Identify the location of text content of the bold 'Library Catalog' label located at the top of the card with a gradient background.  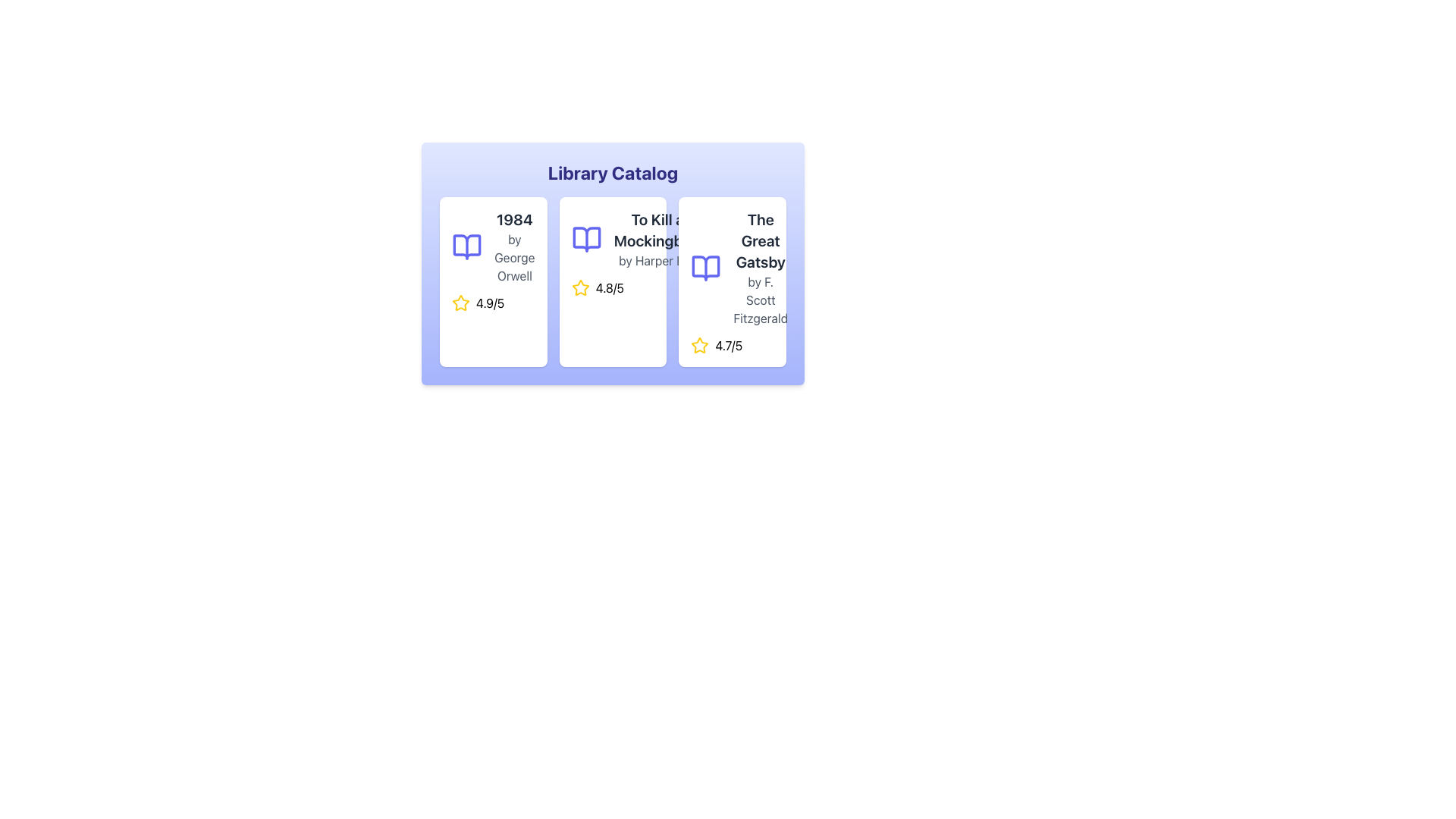
(613, 171).